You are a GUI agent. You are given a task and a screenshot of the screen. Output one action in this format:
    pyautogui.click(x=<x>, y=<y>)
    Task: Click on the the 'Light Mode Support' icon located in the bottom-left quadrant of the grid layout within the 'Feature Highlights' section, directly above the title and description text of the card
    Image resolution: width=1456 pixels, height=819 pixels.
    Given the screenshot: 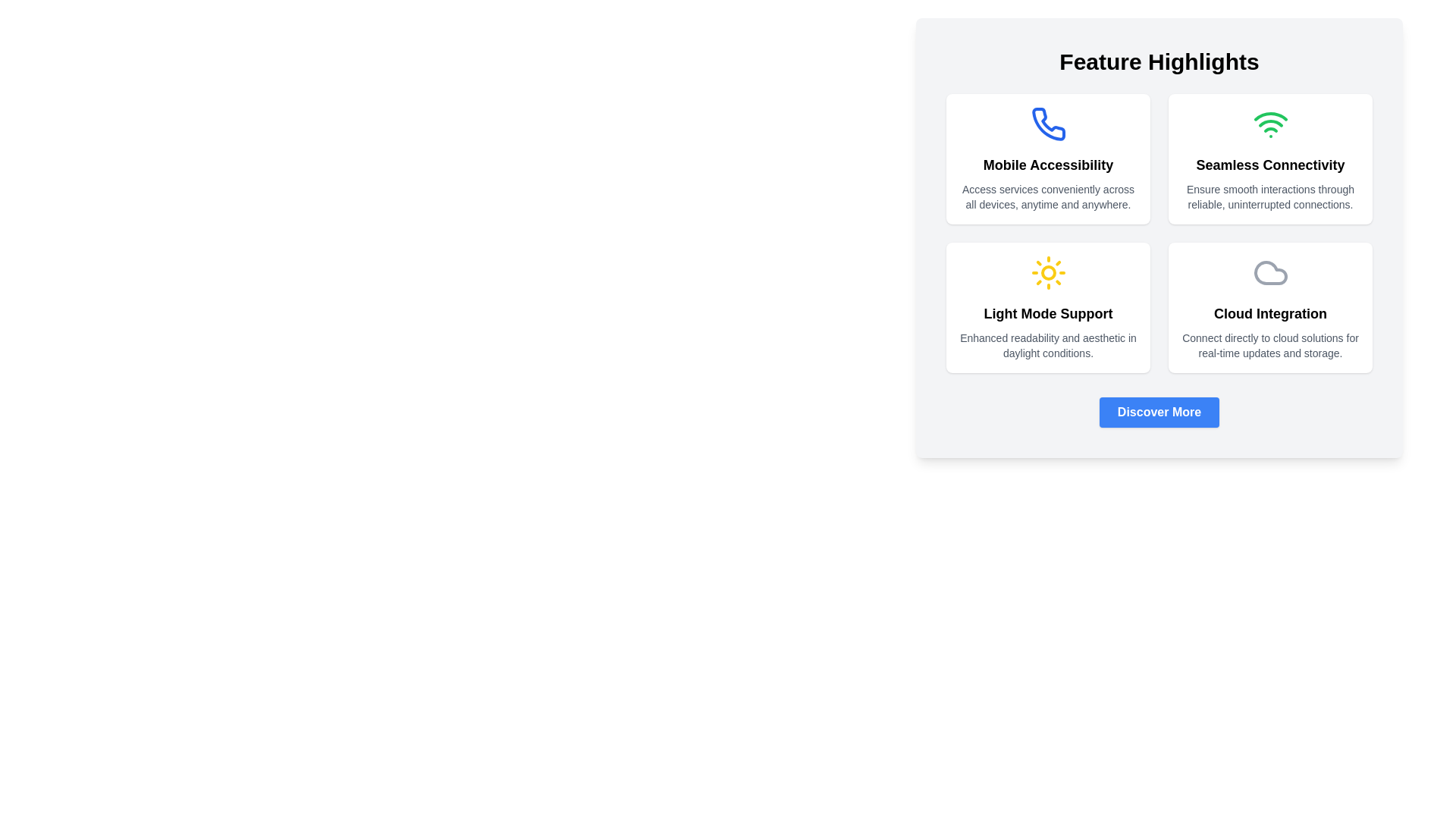 What is the action you would take?
    pyautogui.click(x=1047, y=271)
    